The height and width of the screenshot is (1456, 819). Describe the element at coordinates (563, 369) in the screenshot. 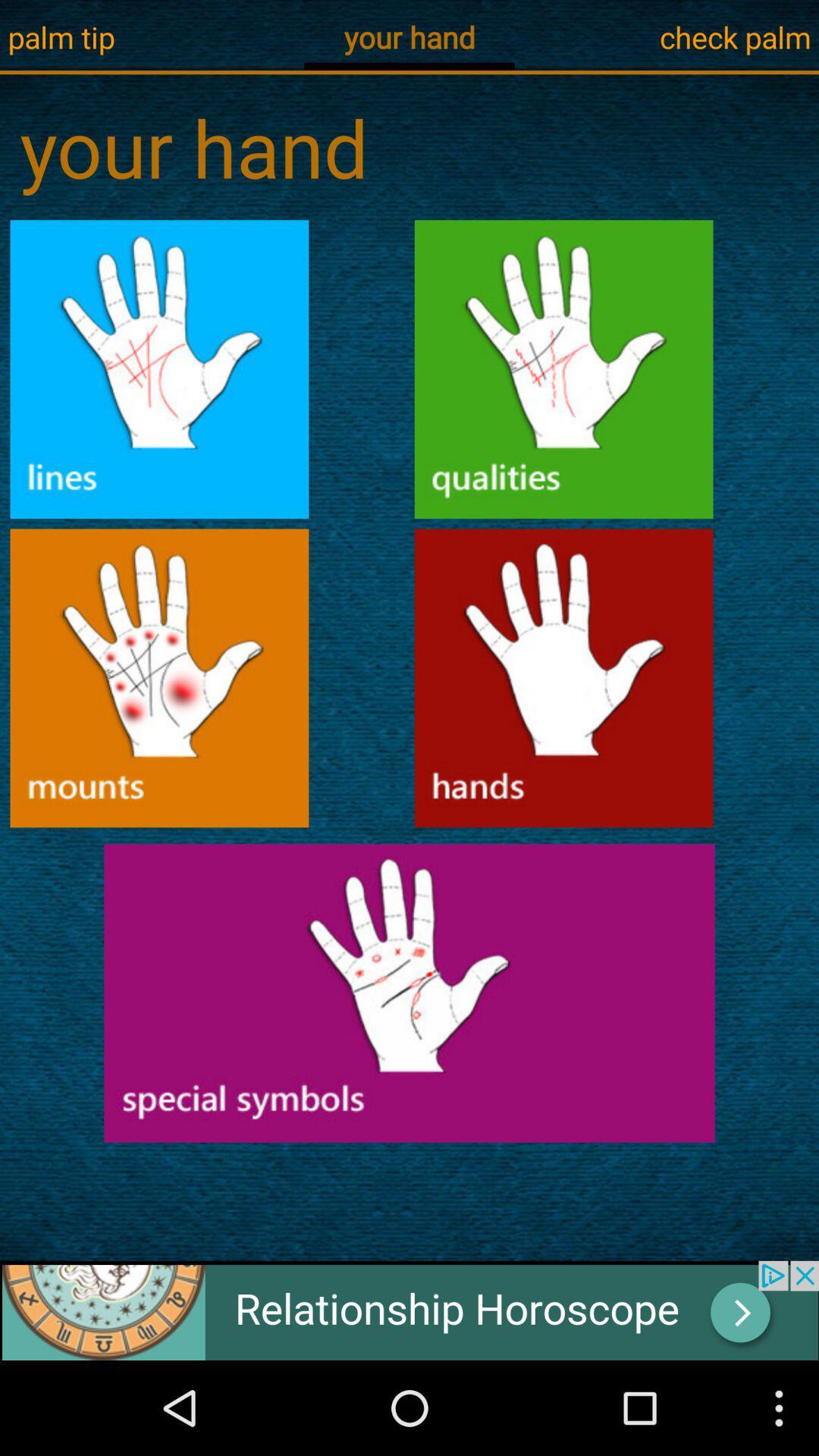

I see `qualities selections` at that location.